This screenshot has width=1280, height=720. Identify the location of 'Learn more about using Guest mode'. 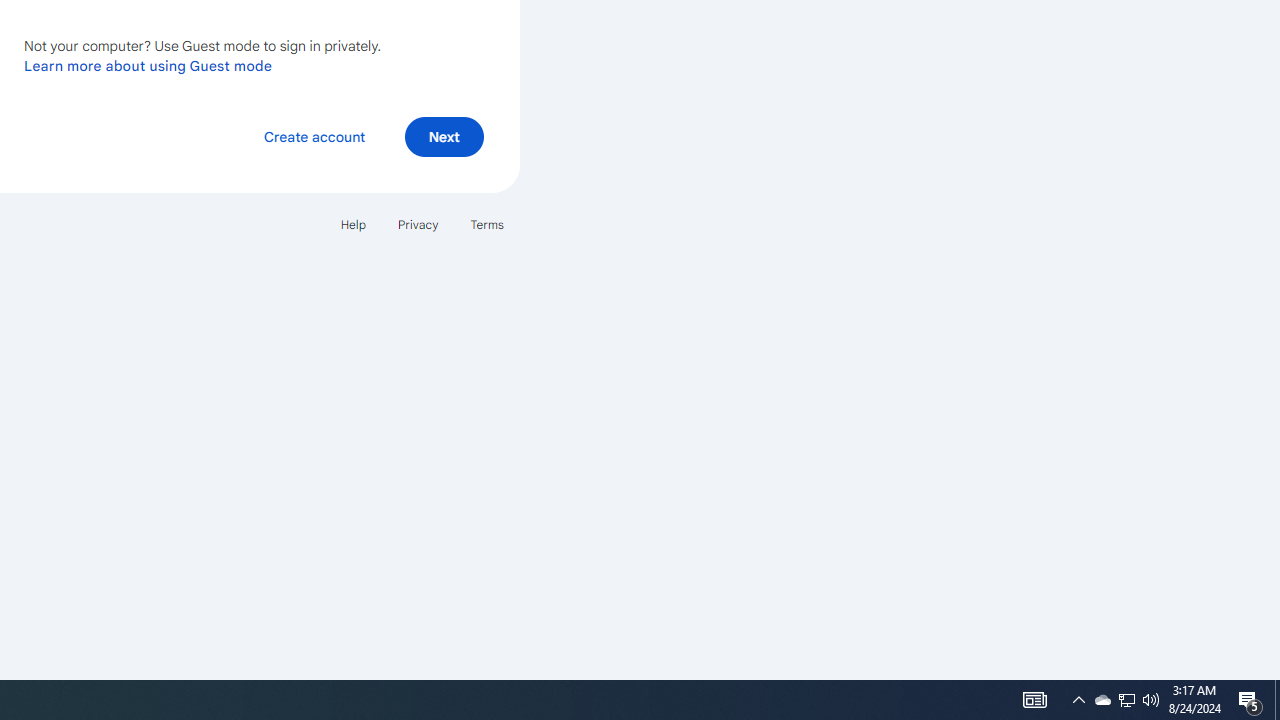
(147, 64).